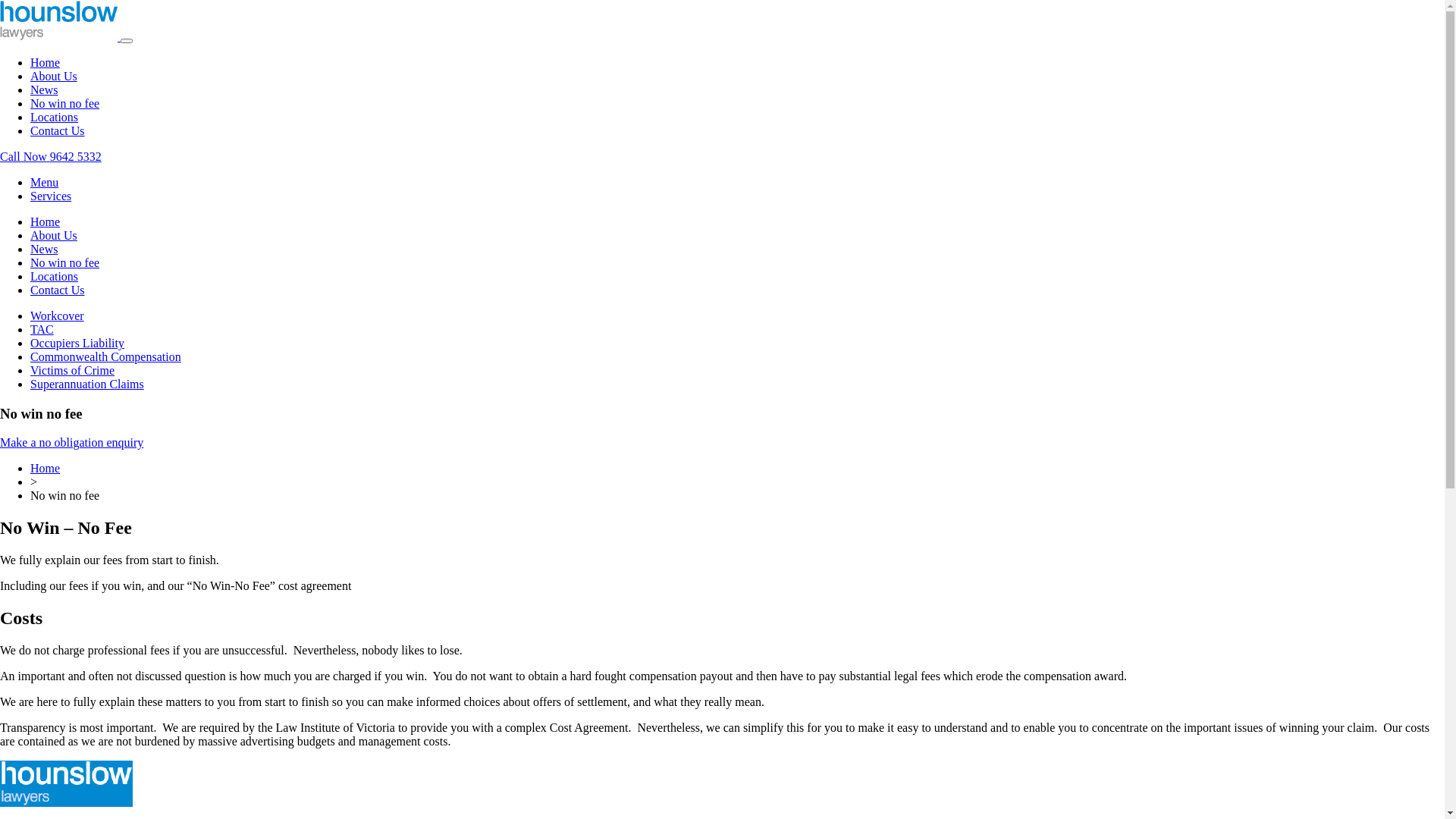 The height and width of the screenshot is (819, 1456). What do you see at coordinates (64, 262) in the screenshot?
I see `'No win no fee'` at bounding box center [64, 262].